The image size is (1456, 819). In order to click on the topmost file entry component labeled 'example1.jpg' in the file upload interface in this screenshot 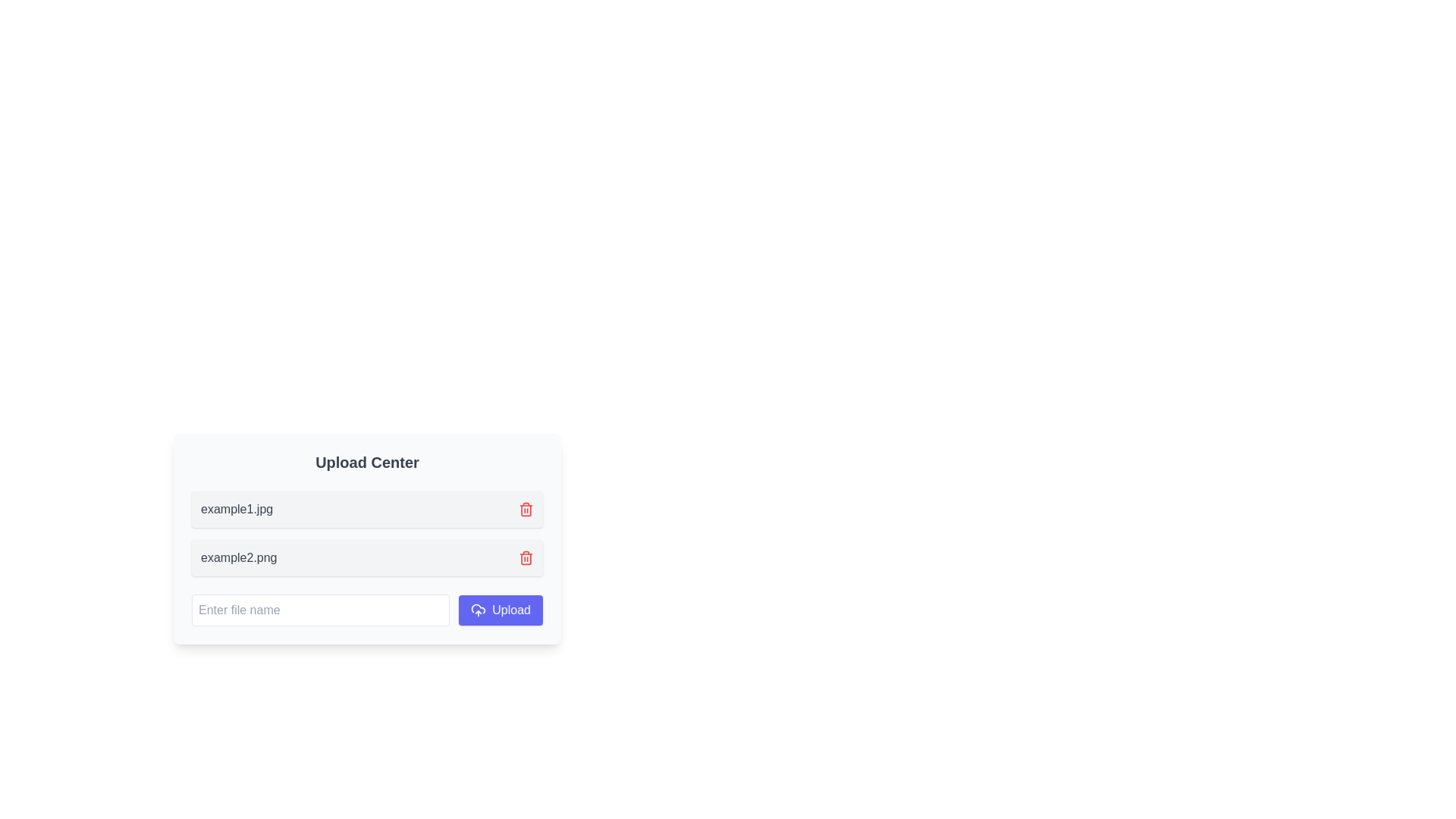, I will do `click(367, 509)`.